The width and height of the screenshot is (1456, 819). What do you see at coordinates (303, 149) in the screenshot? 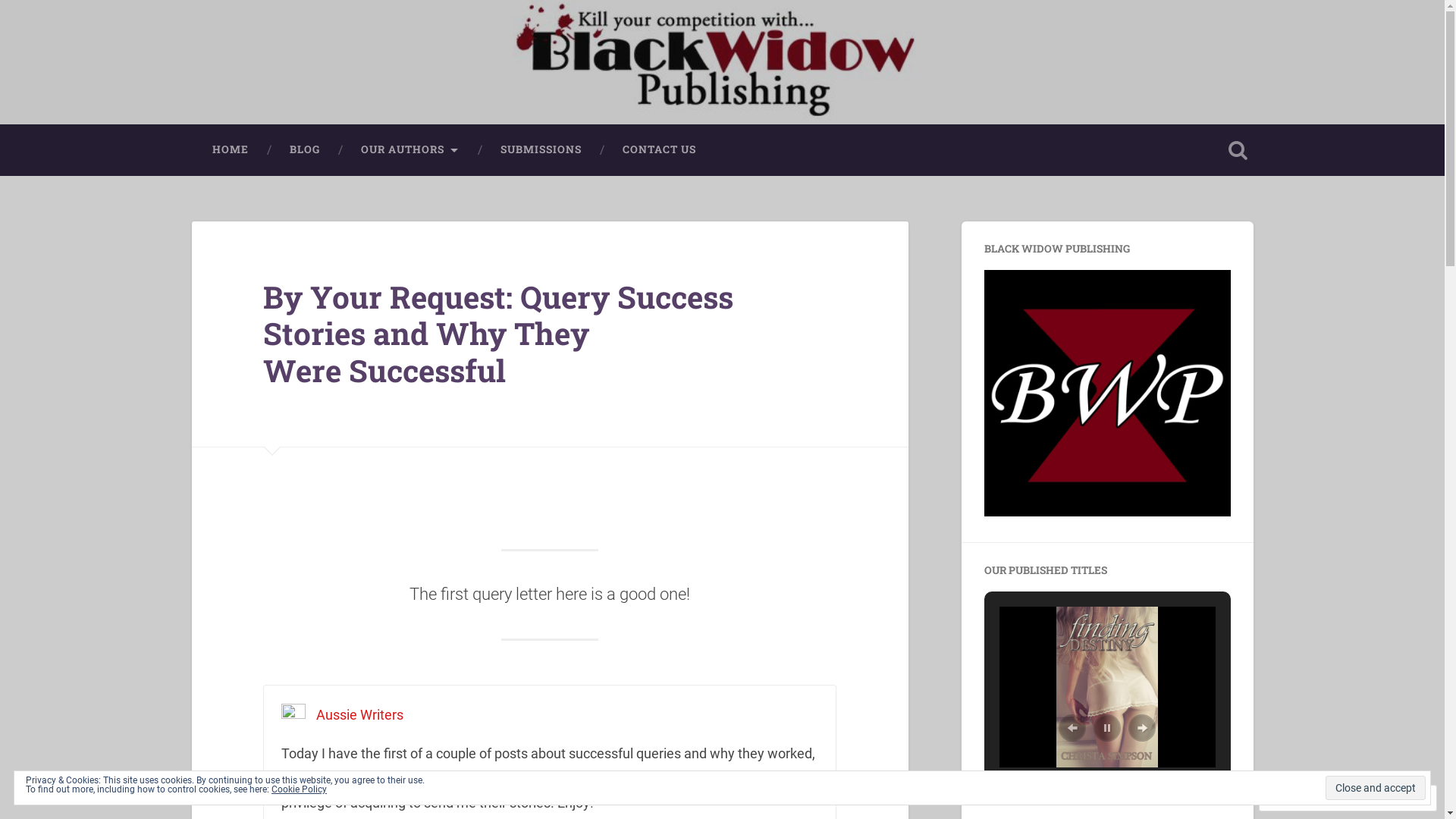
I see `'BLOG'` at bounding box center [303, 149].